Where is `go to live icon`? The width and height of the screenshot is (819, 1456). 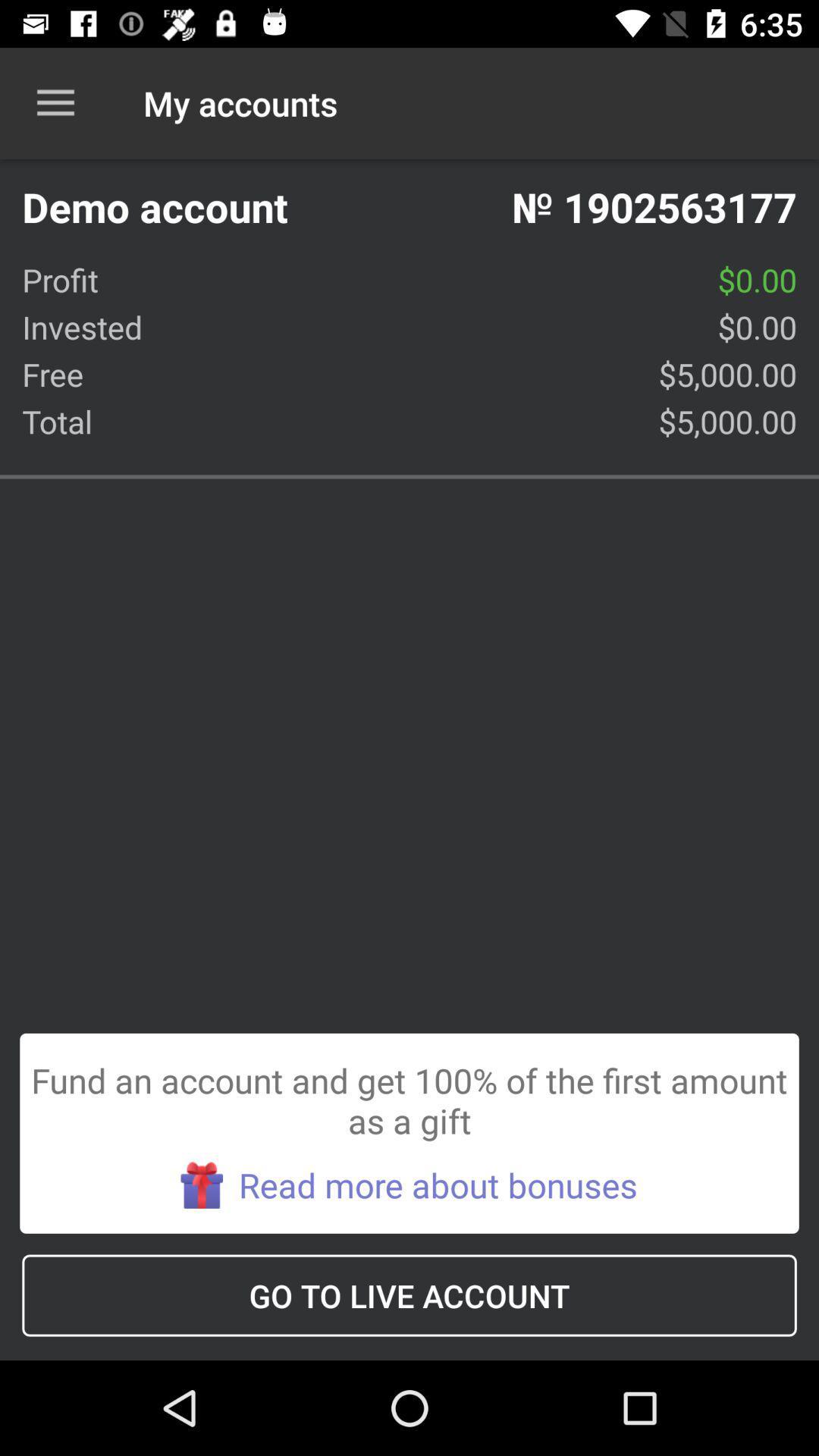 go to live icon is located at coordinates (409, 1294).